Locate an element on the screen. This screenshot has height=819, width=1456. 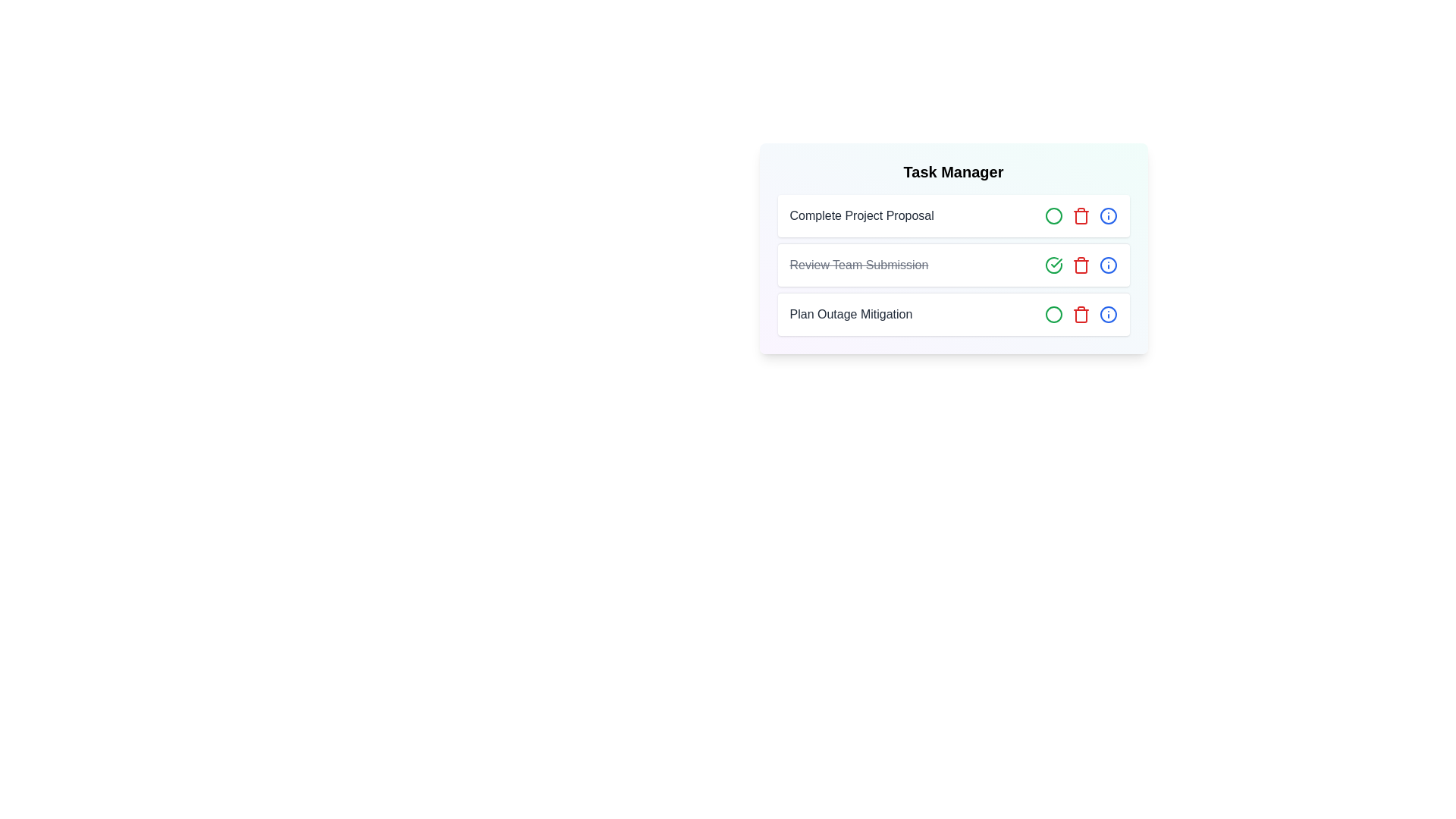
'Info' button for the task titled 'Complete Project Proposal' is located at coordinates (1108, 216).